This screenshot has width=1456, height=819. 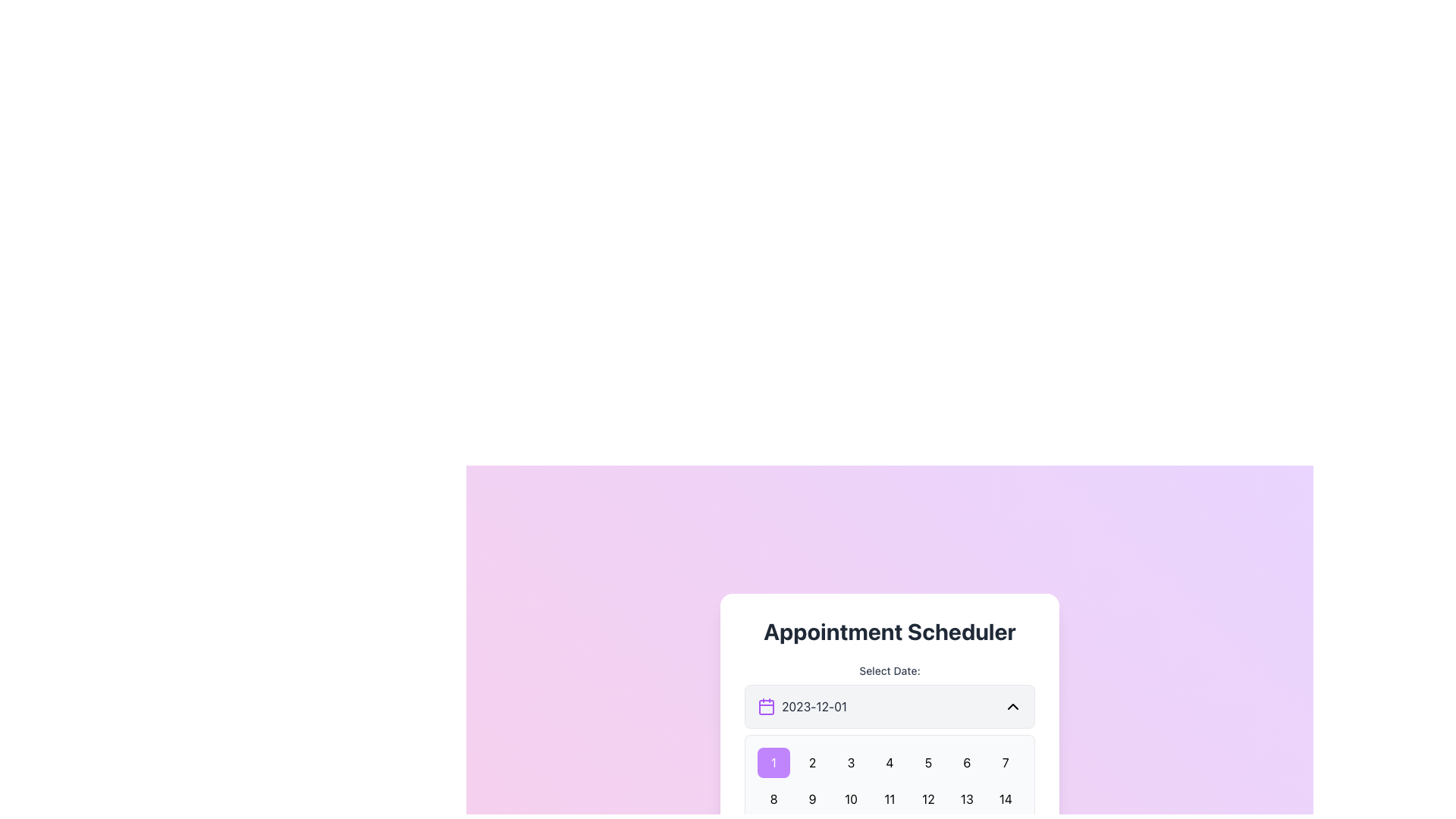 What do you see at coordinates (966, 763) in the screenshot?
I see `the Calendar Day button displaying '6'` at bounding box center [966, 763].